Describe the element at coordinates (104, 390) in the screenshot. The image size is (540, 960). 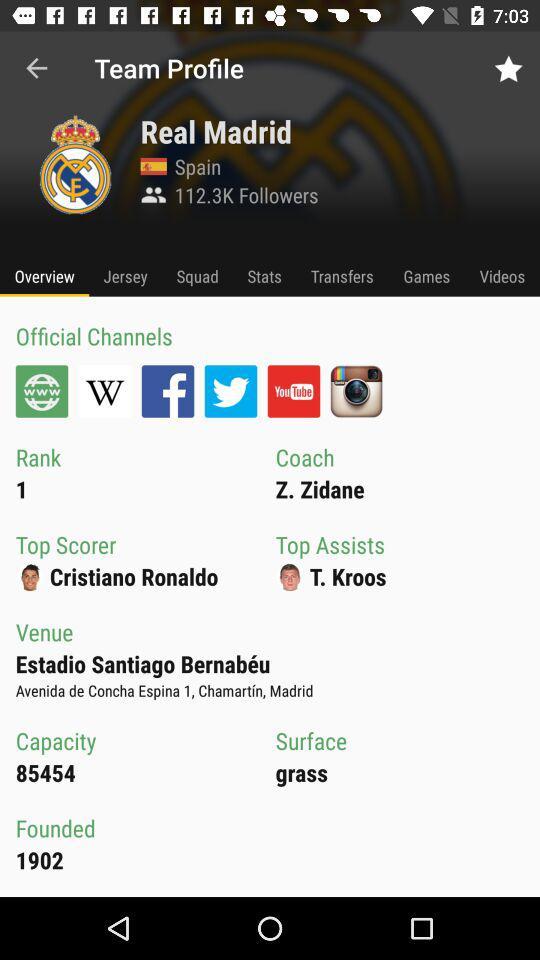
I see `wikipedia` at that location.